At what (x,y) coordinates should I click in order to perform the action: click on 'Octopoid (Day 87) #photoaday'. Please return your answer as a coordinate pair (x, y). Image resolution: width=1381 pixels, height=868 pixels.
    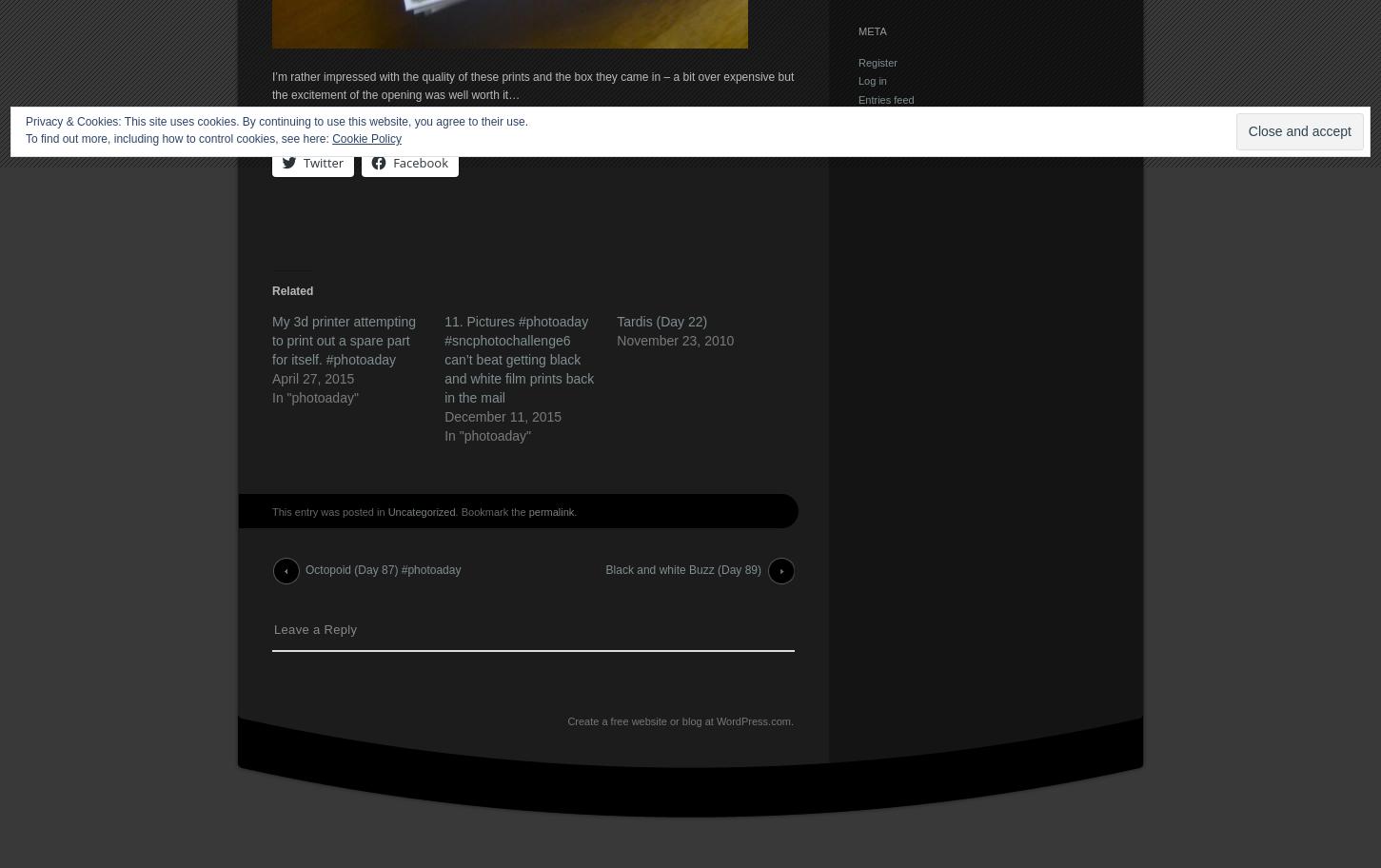
    Looking at the image, I should click on (305, 569).